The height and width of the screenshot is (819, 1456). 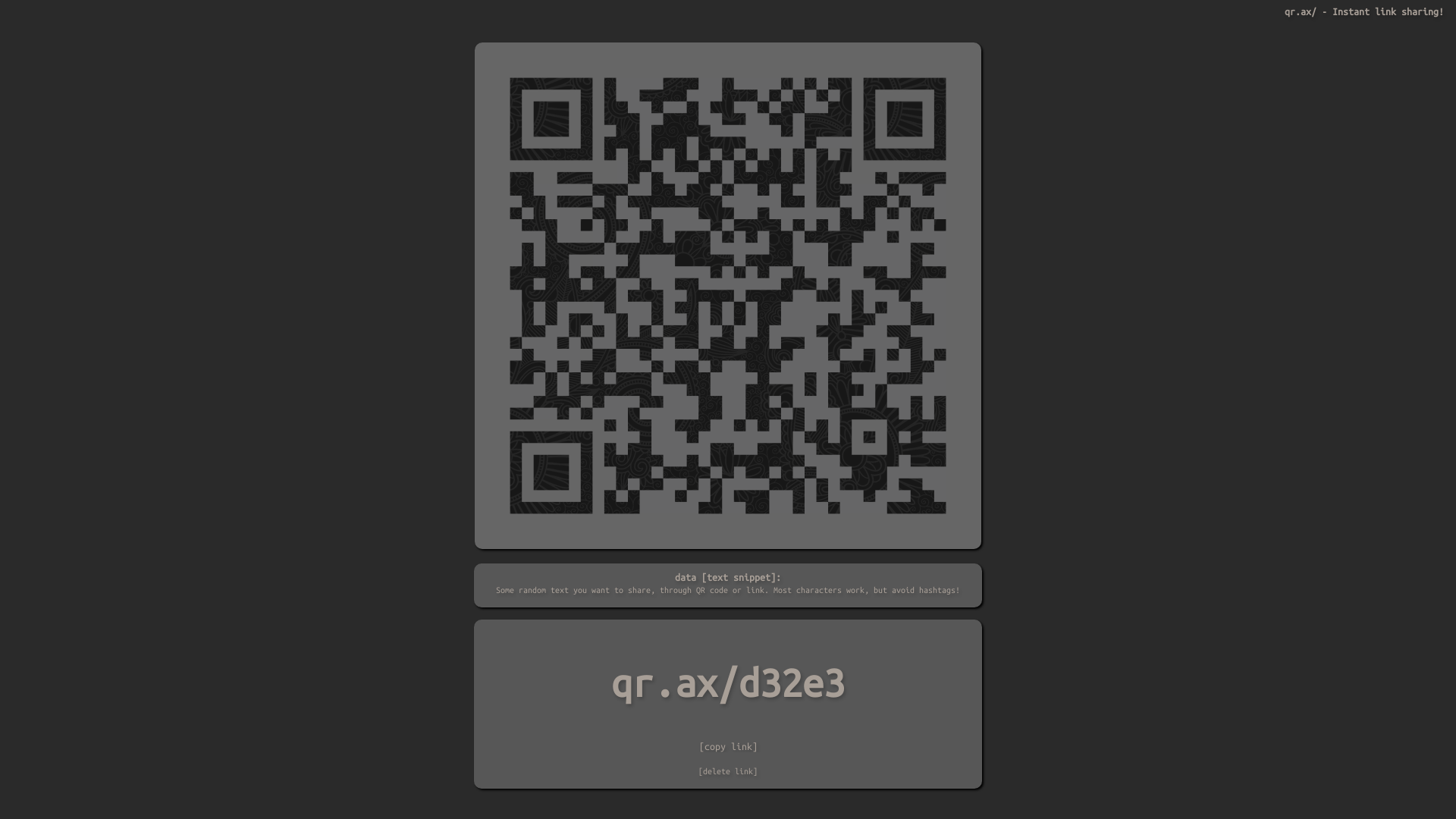 What do you see at coordinates (728, 683) in the screenshot?
I see `'qr.ax/d32e3'` at bounding box center [728, 683].